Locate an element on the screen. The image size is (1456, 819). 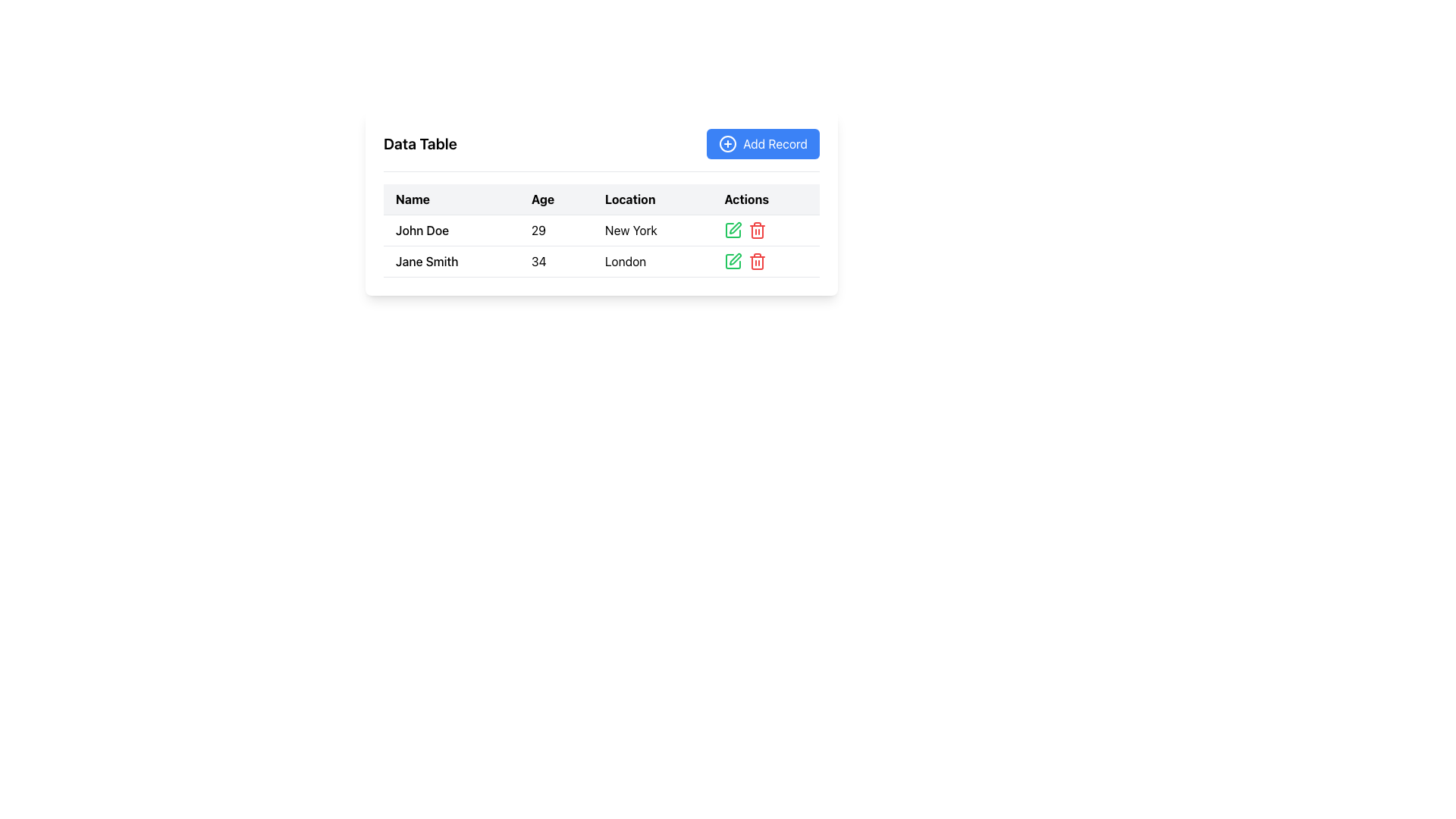
the Decorative Circle Icon located at the top-right of the 'Add Record' button near the header of the data table layout is located at coordinates (728, 143).